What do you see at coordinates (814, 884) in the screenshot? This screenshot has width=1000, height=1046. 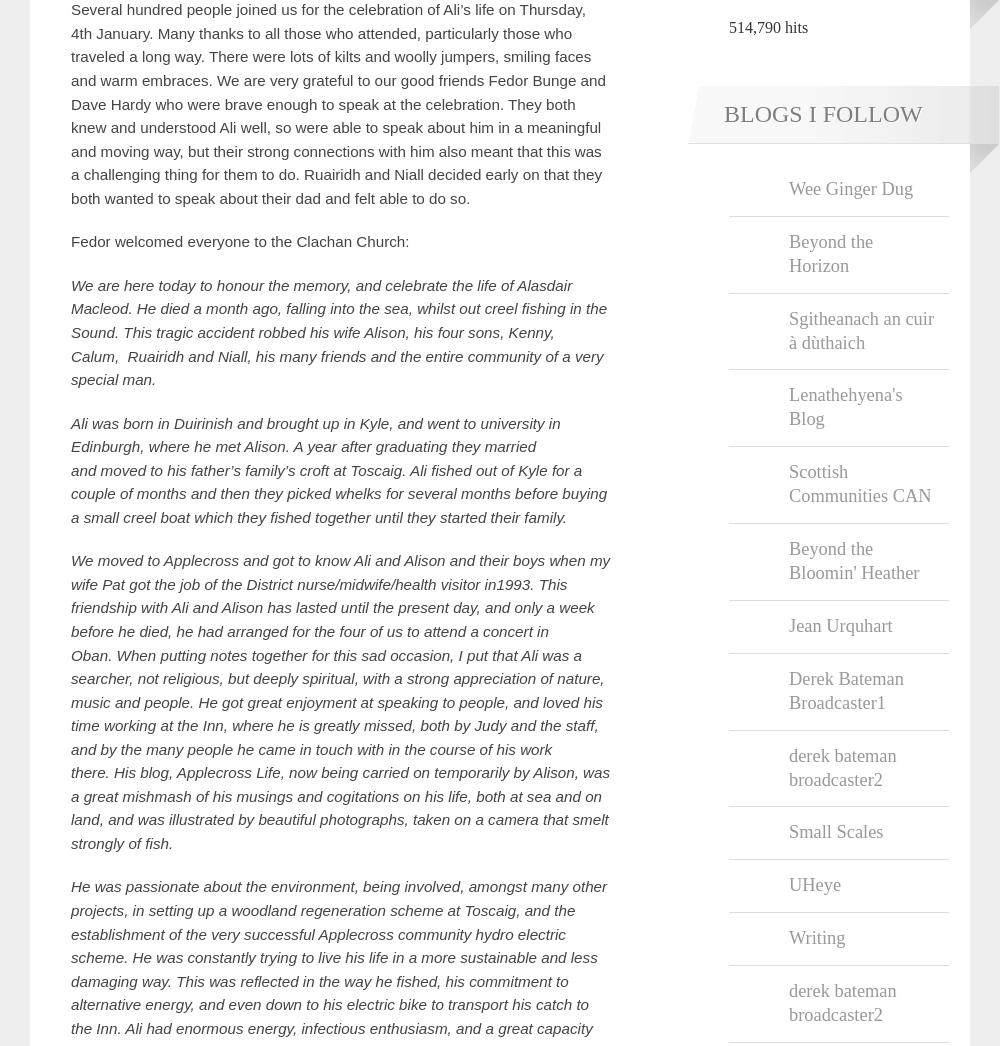 I see `'UHeye'` at bounding box center [814, 884].